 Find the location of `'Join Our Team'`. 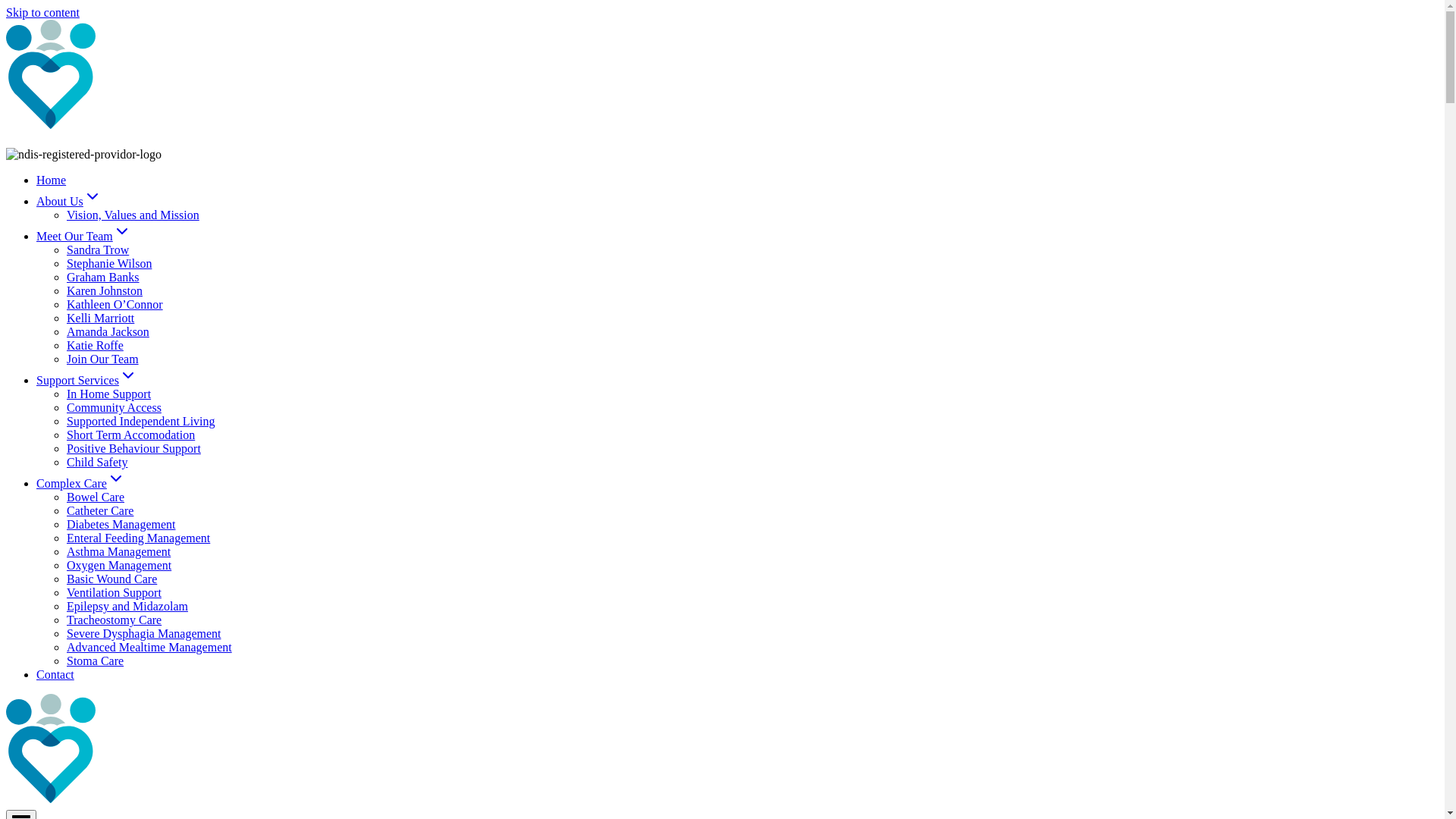

'Join Our Team' is located at coordinates (102, 359).